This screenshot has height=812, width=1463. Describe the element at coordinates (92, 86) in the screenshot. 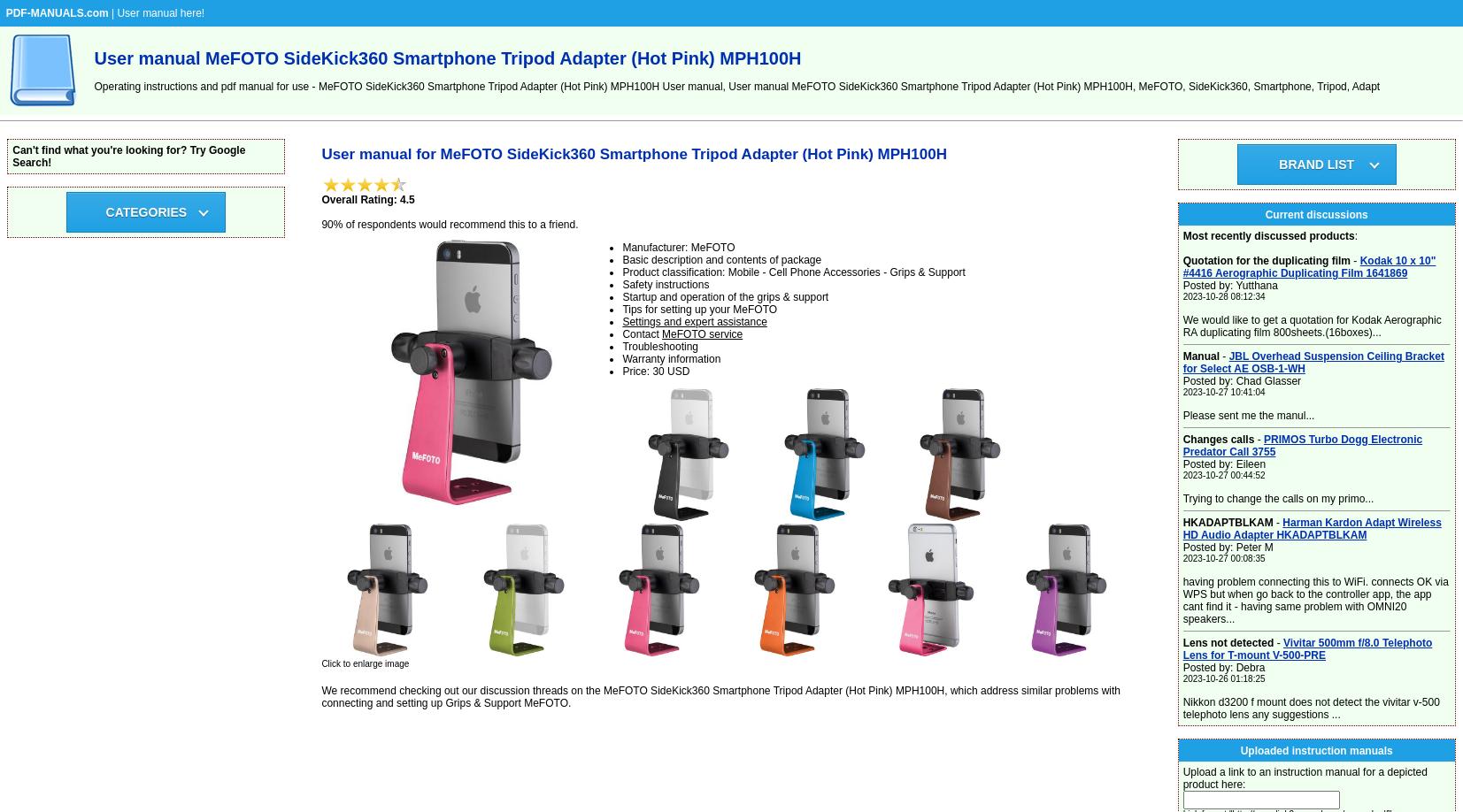

I see `'Operating instructions and pdf manual for use - MeFOTO SideKick360 Smartphone Tripod Adapter (Hot Pink) MPH100H User manual, User manual MeFOTO SideKick360 Smartphone Tripod Adapter (Hot Pink) MPH100H, MeFOTO, SideKick360, Smartphone, Tripod, Adapt'` at that location.